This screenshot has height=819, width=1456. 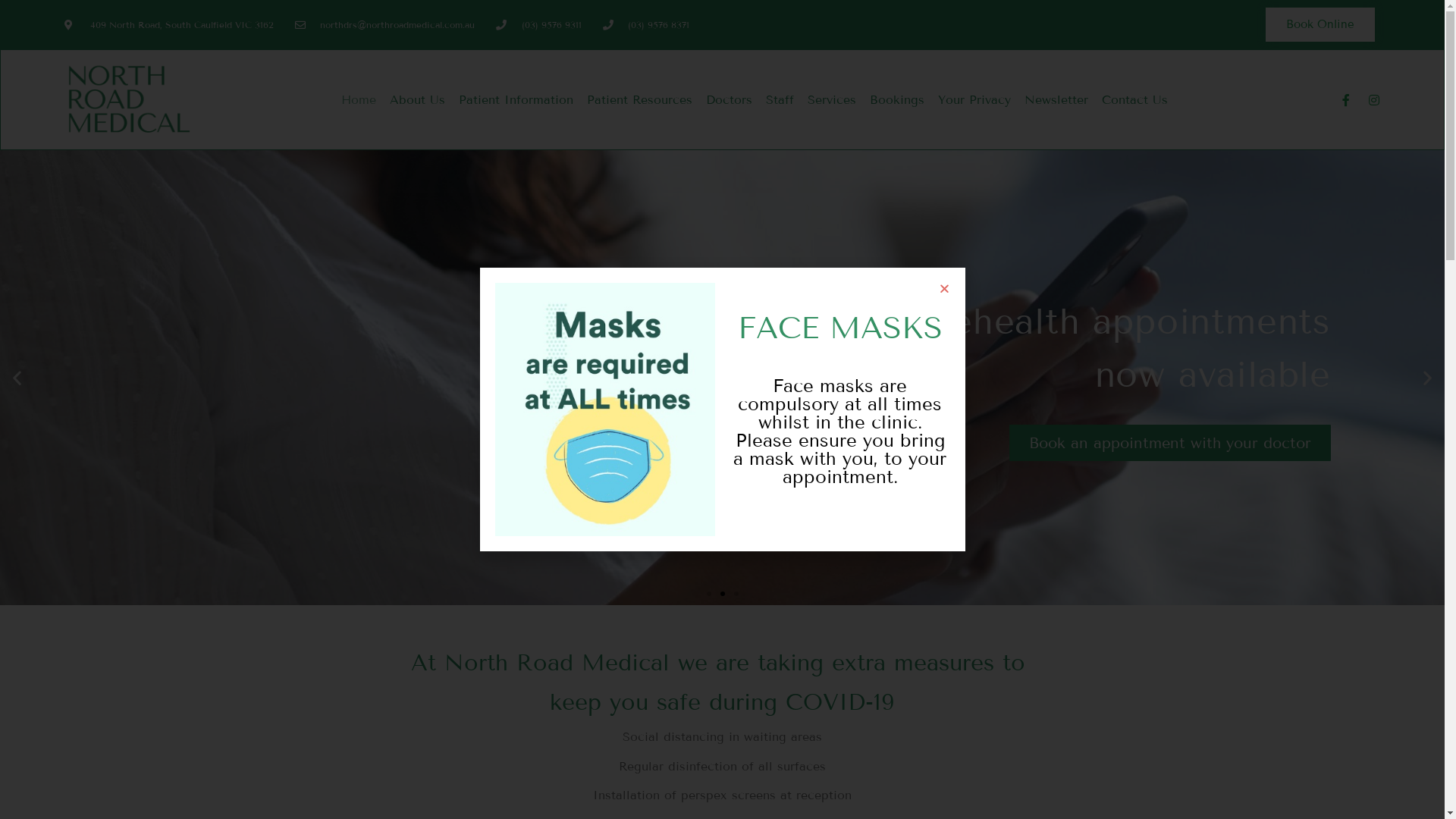 I want to click on 'Bookings', so click(x=862, y=99).